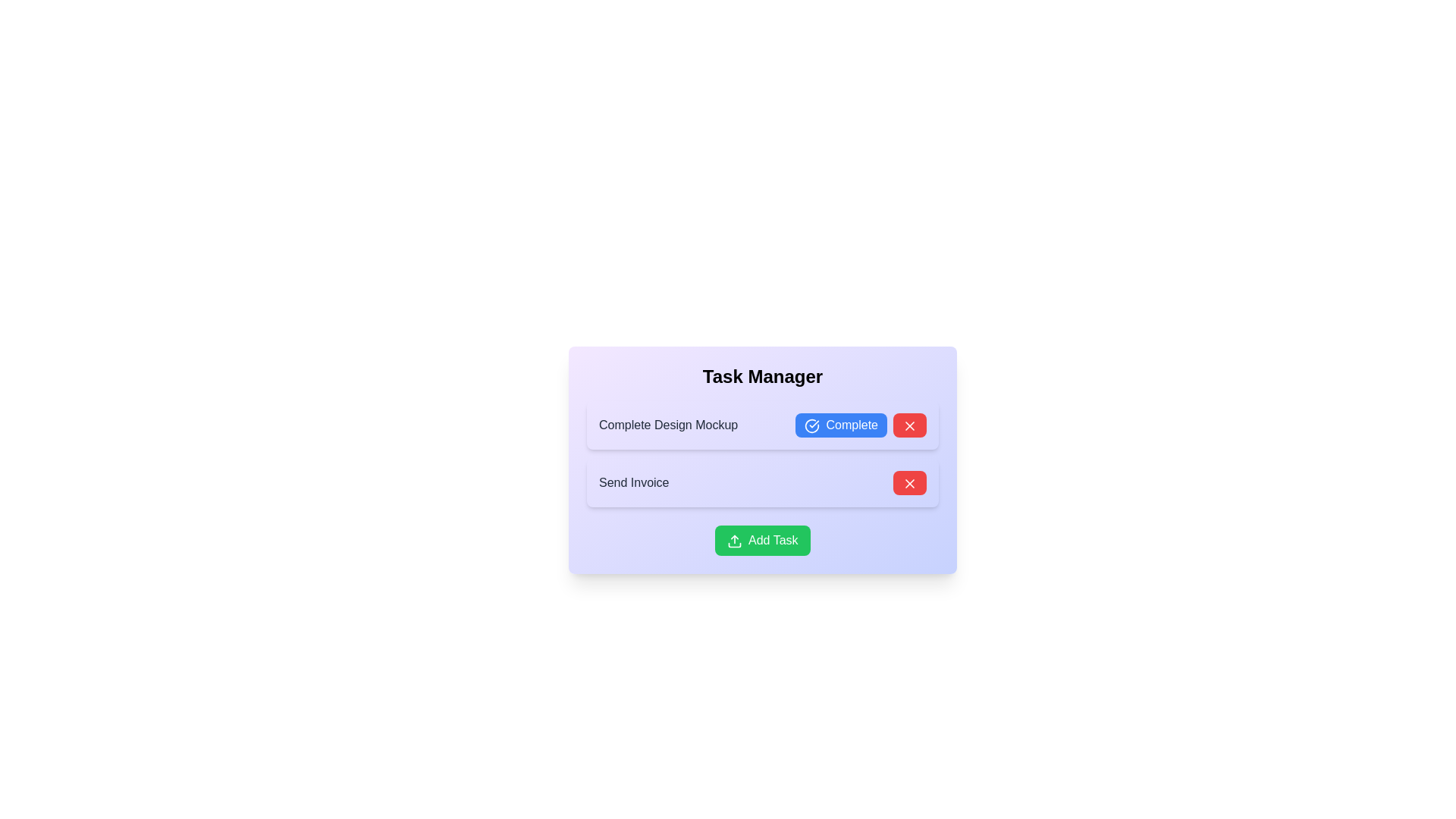 This screenshot has width=1456, height=819. What do you see at coordinates (840, 425) in the screenshot?
I see `the first button in the group of interactive buttons in the 'Task Manager' interface` at bounding box center [840, 425].